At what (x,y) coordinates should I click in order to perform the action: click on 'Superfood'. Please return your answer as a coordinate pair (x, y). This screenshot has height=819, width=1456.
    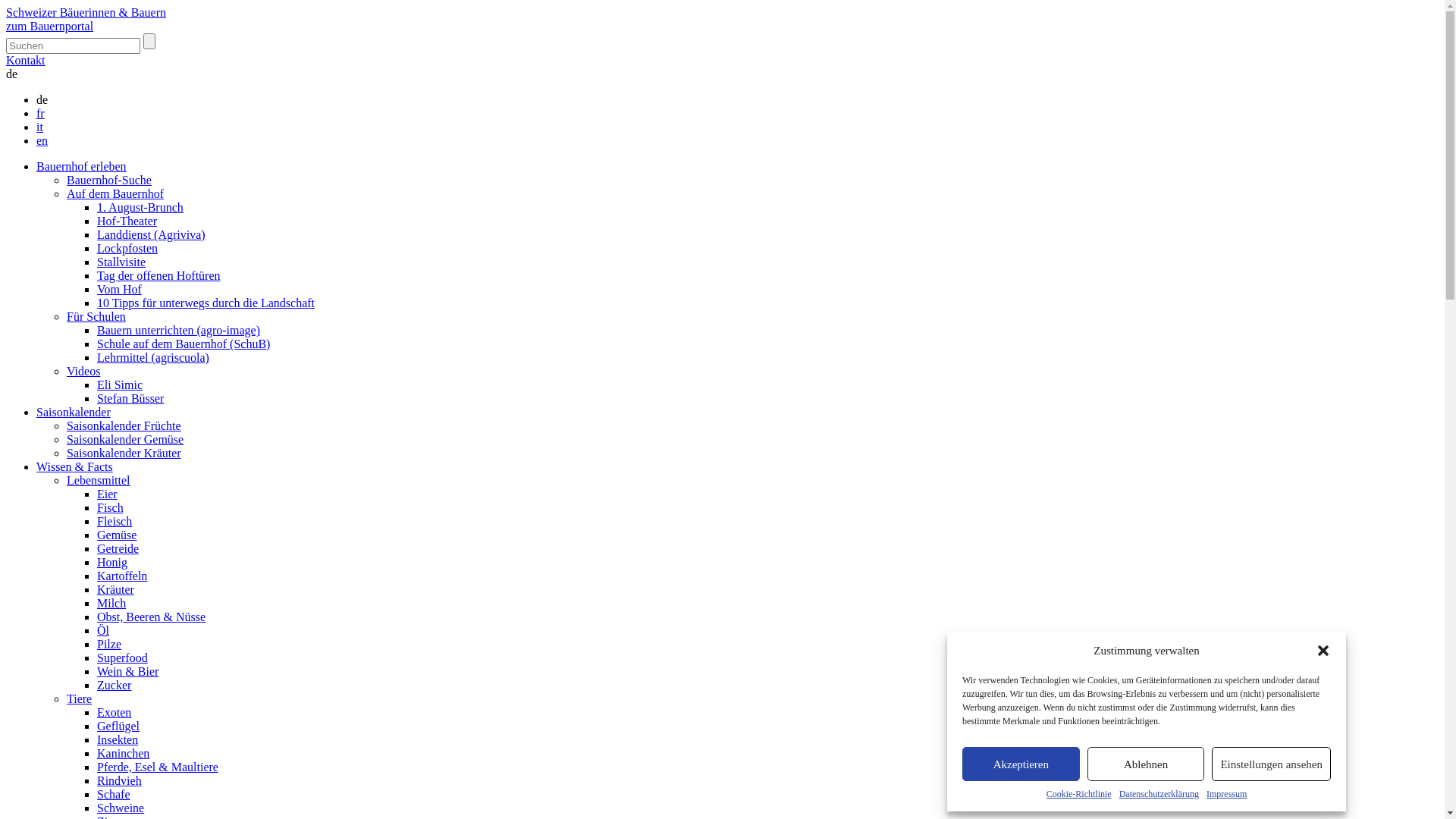
    Looking at the image, I should click on (122, 657).